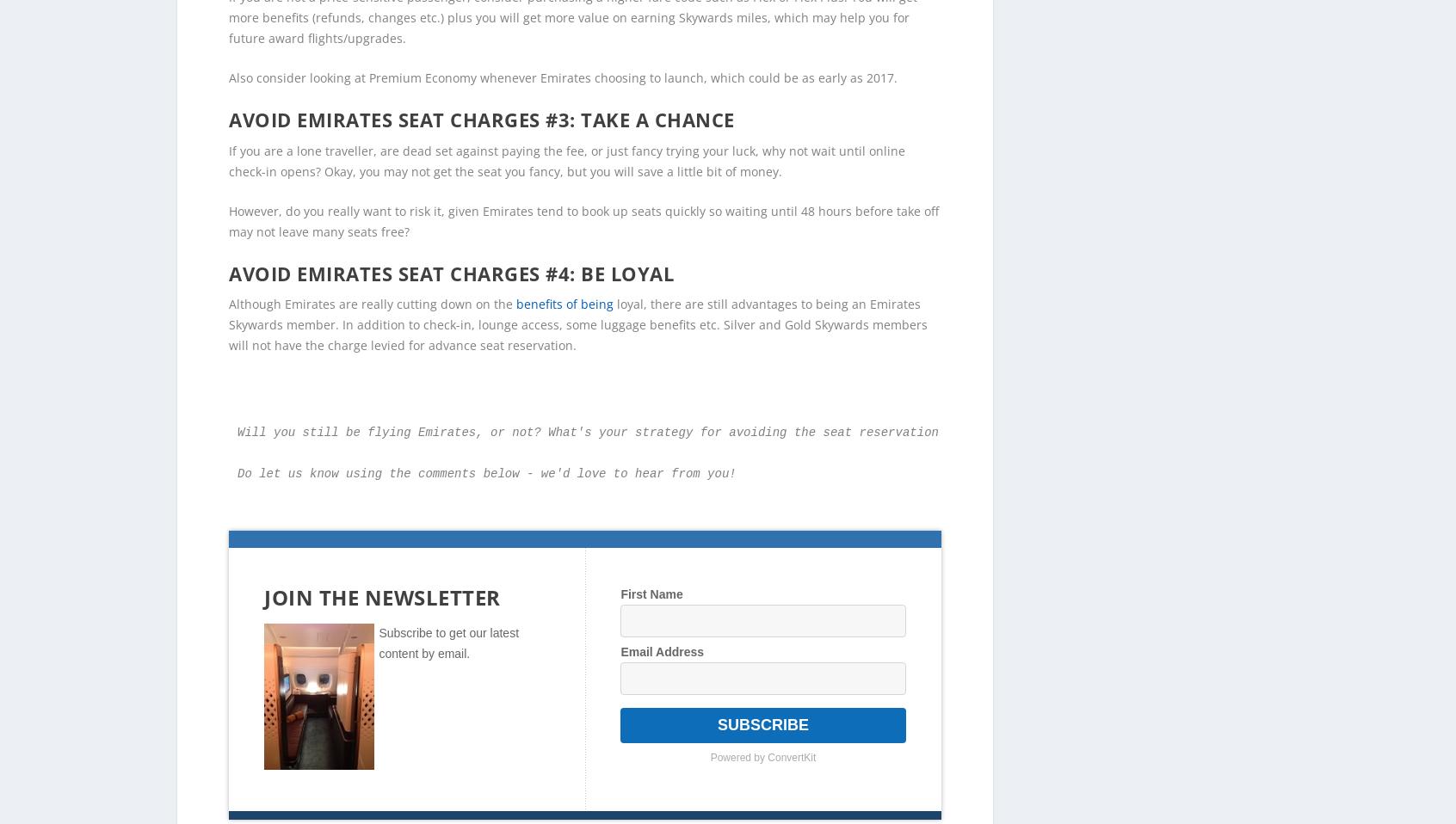  Describe the element at coordinates (451, 245) in the screenshot. I see `'Avoid Emirates seat charges #4: Be Loyal'` at that location.